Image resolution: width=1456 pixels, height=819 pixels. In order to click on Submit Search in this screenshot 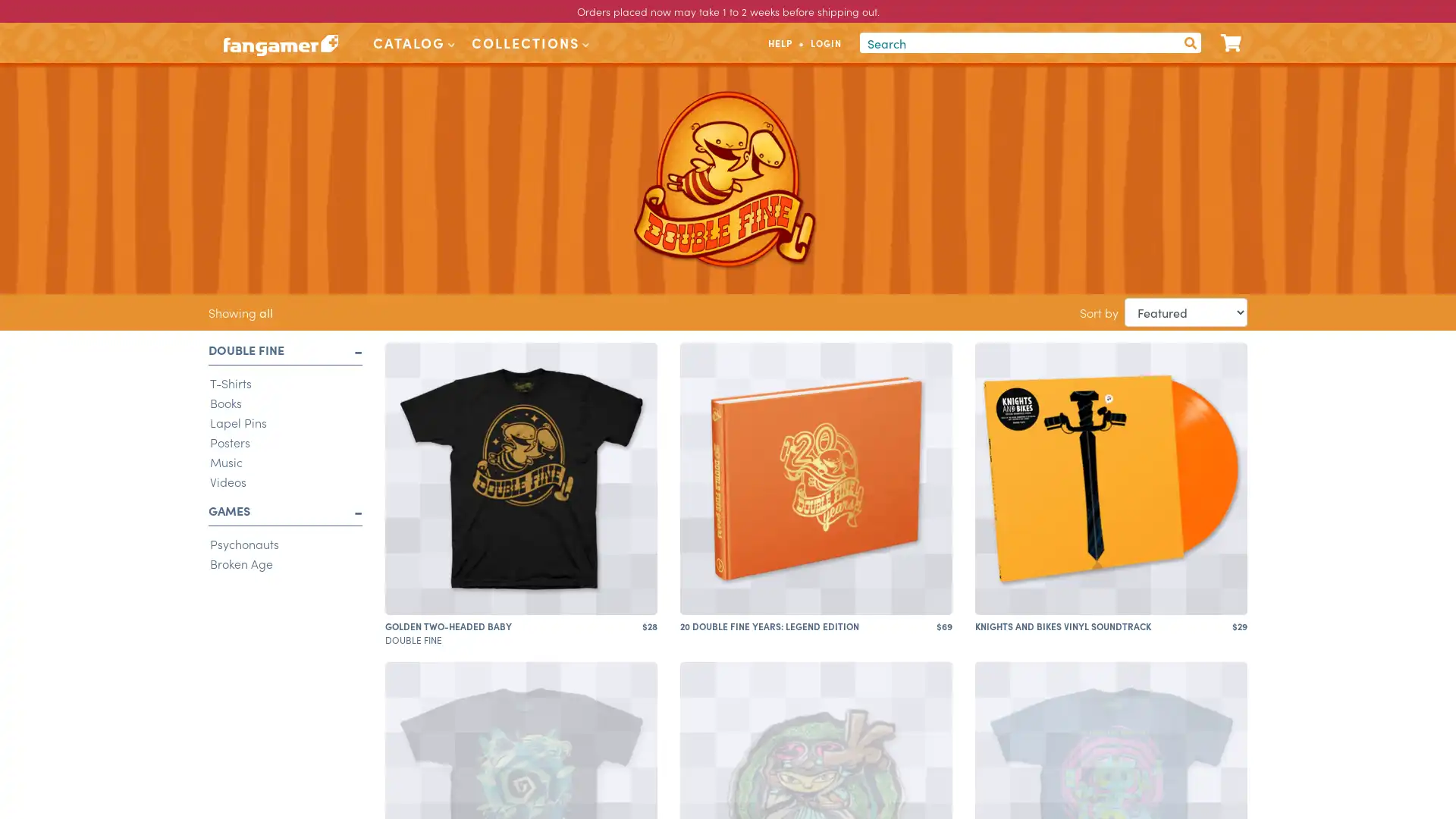, I will do `click(1189, 42)`.